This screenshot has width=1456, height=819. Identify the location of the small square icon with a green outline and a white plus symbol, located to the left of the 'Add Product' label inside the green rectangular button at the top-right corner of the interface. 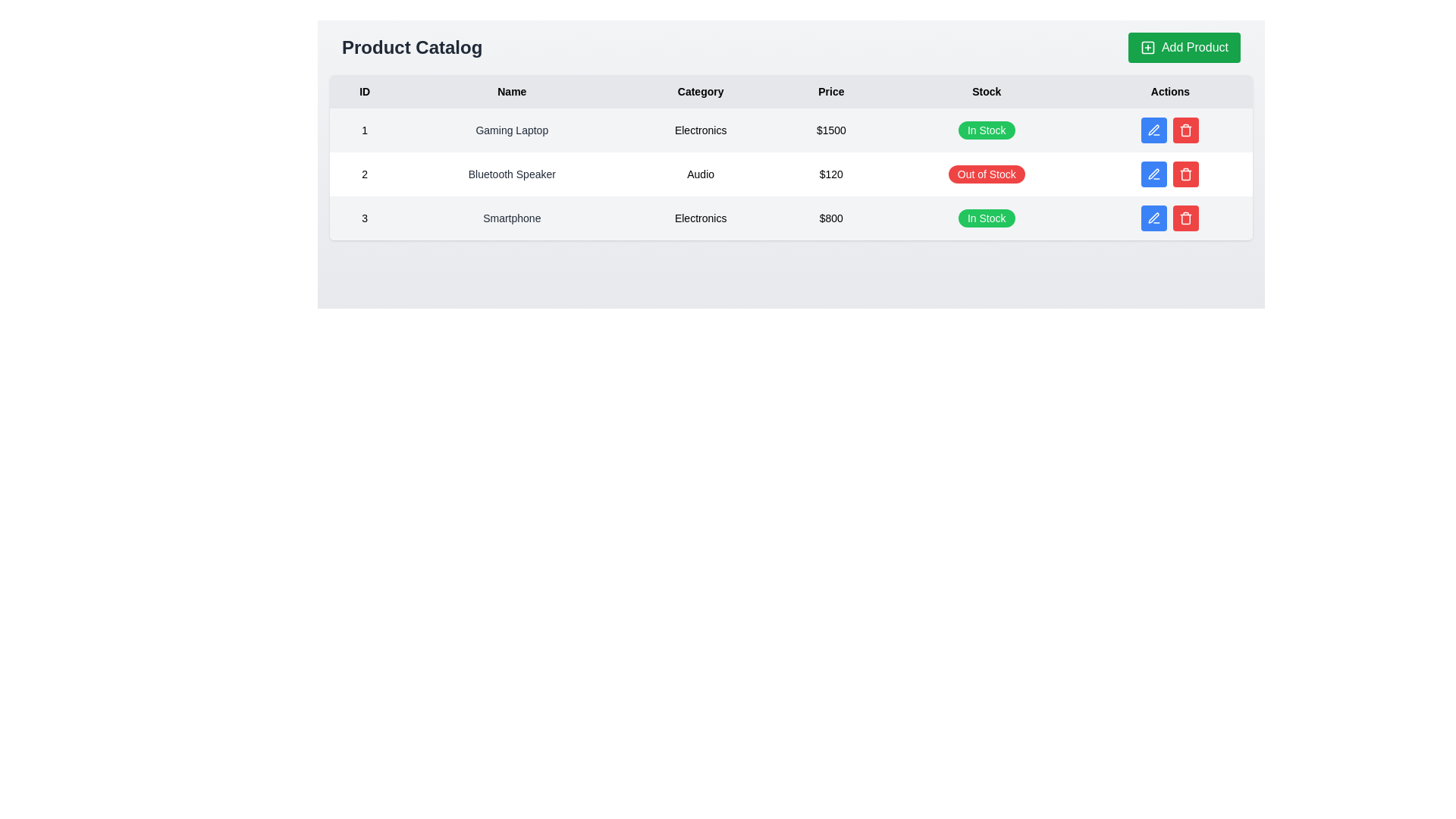
(1147, 46).